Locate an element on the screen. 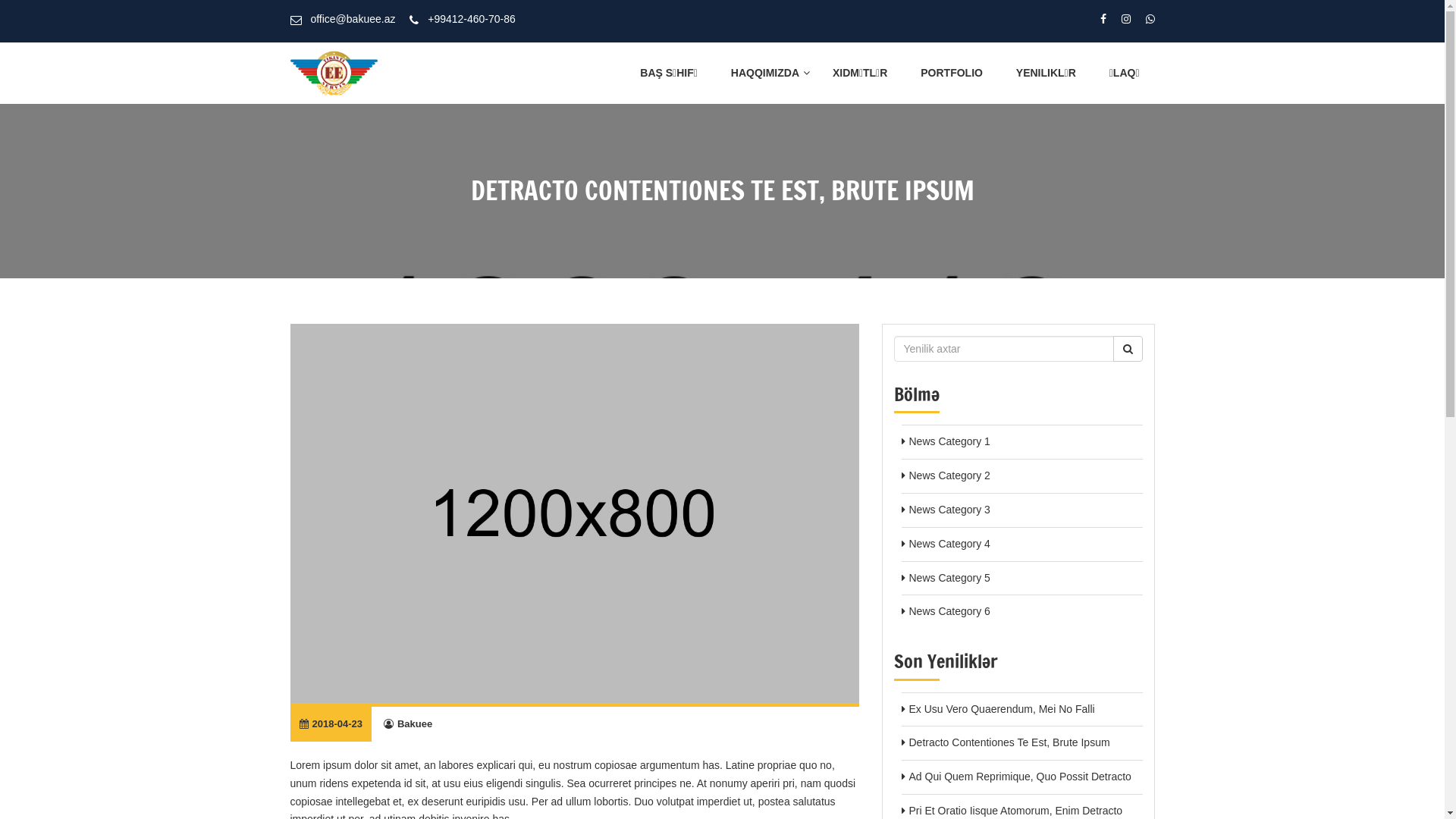 This screenshot has height=819, width=1456. 'News Category 3' is located at coordinates (948, 509).